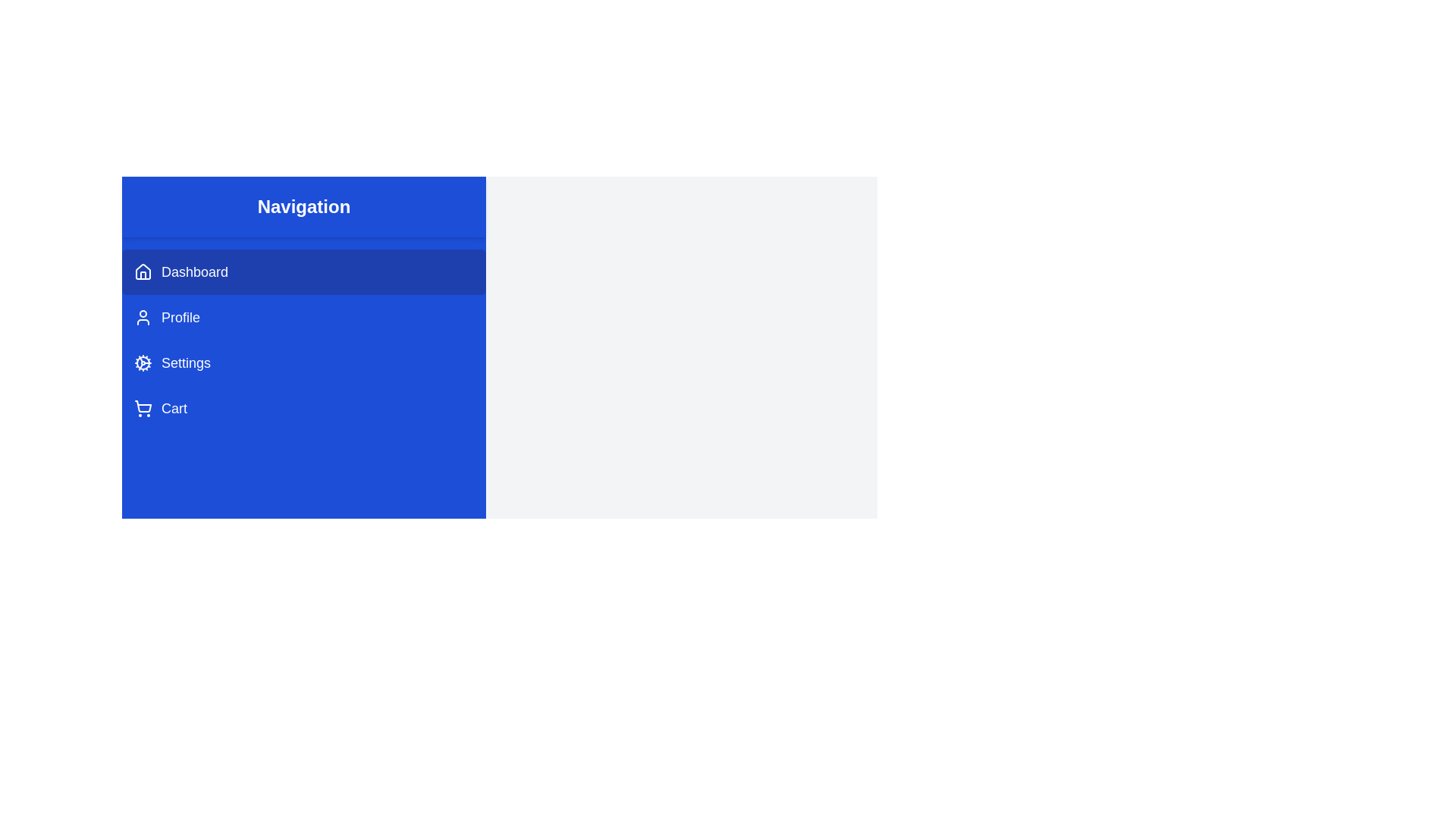 The height and width of the screenshot is (819, 1456). I want to click on the 'Dashboard' menu item icon, which is represented by a house icon in the vertical navigation menu on the left side of the interface, so click(143, 275).